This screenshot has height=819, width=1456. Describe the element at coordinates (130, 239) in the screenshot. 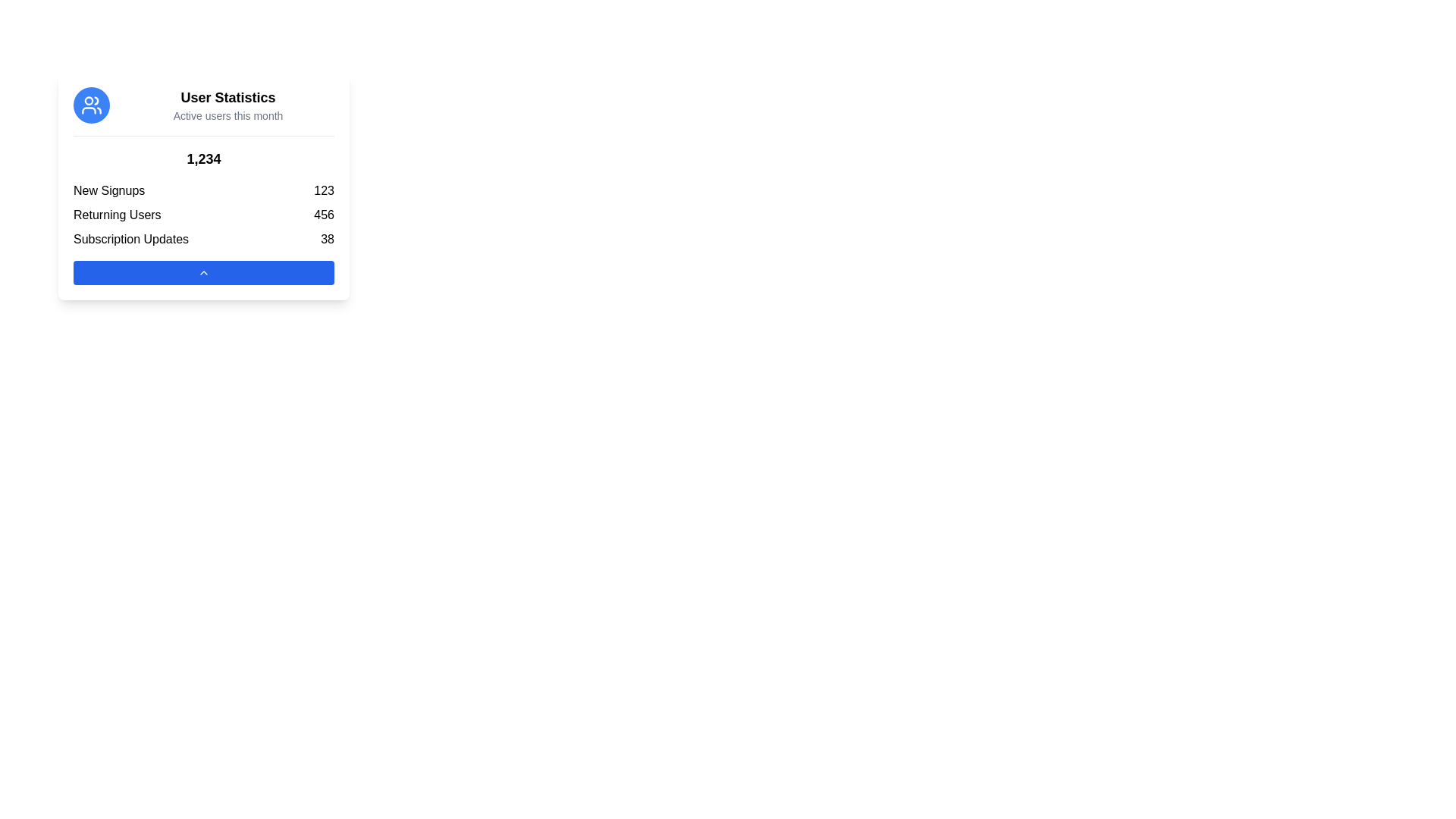

I see `the 'Subscription Updates' text label located on the left side of the statistics row in the 'User Statistics' card` at that location.